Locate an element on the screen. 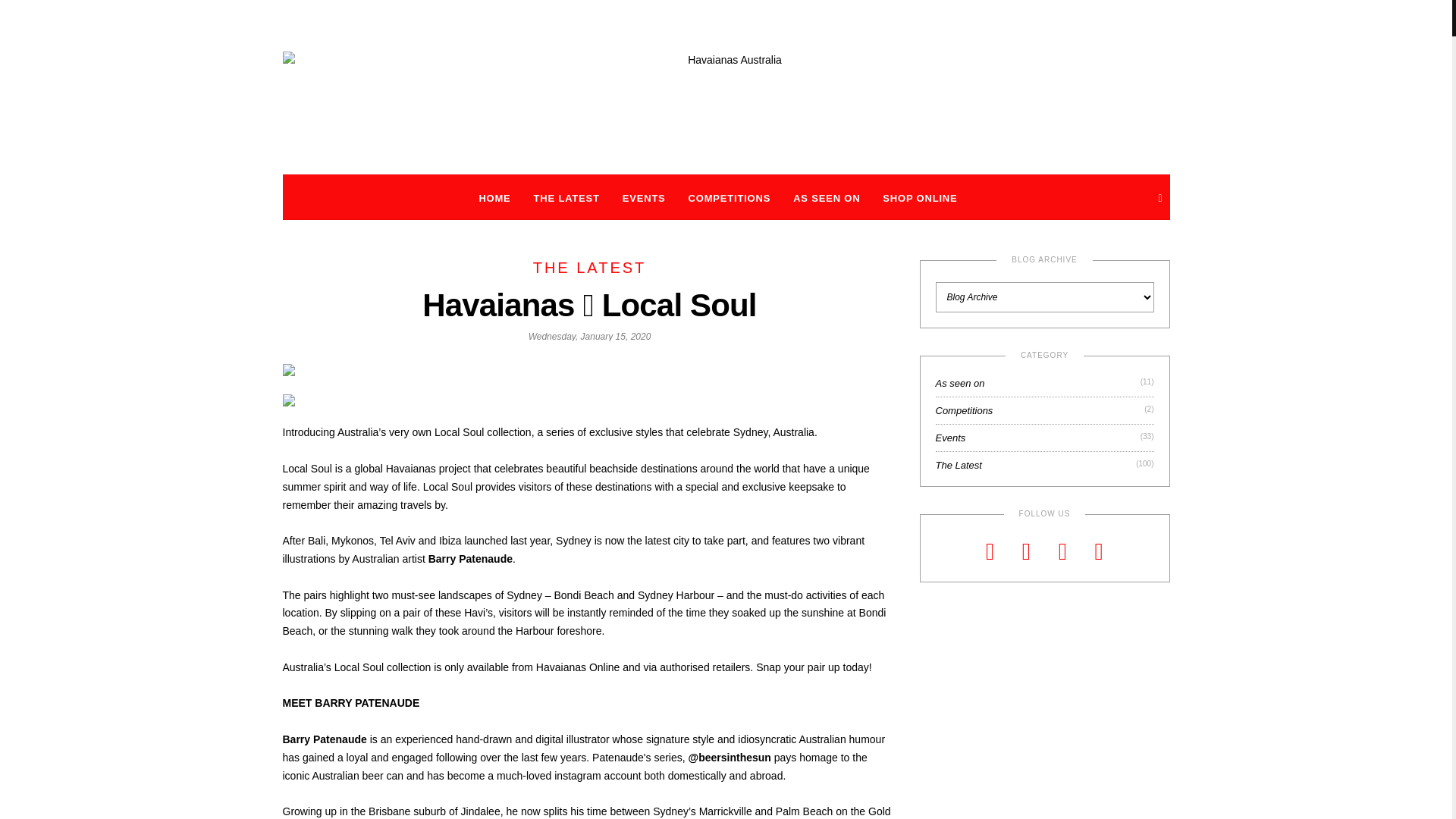 This screenshot has height=819, width=1456. 'Competitions' is located at coordinates (964, 410).